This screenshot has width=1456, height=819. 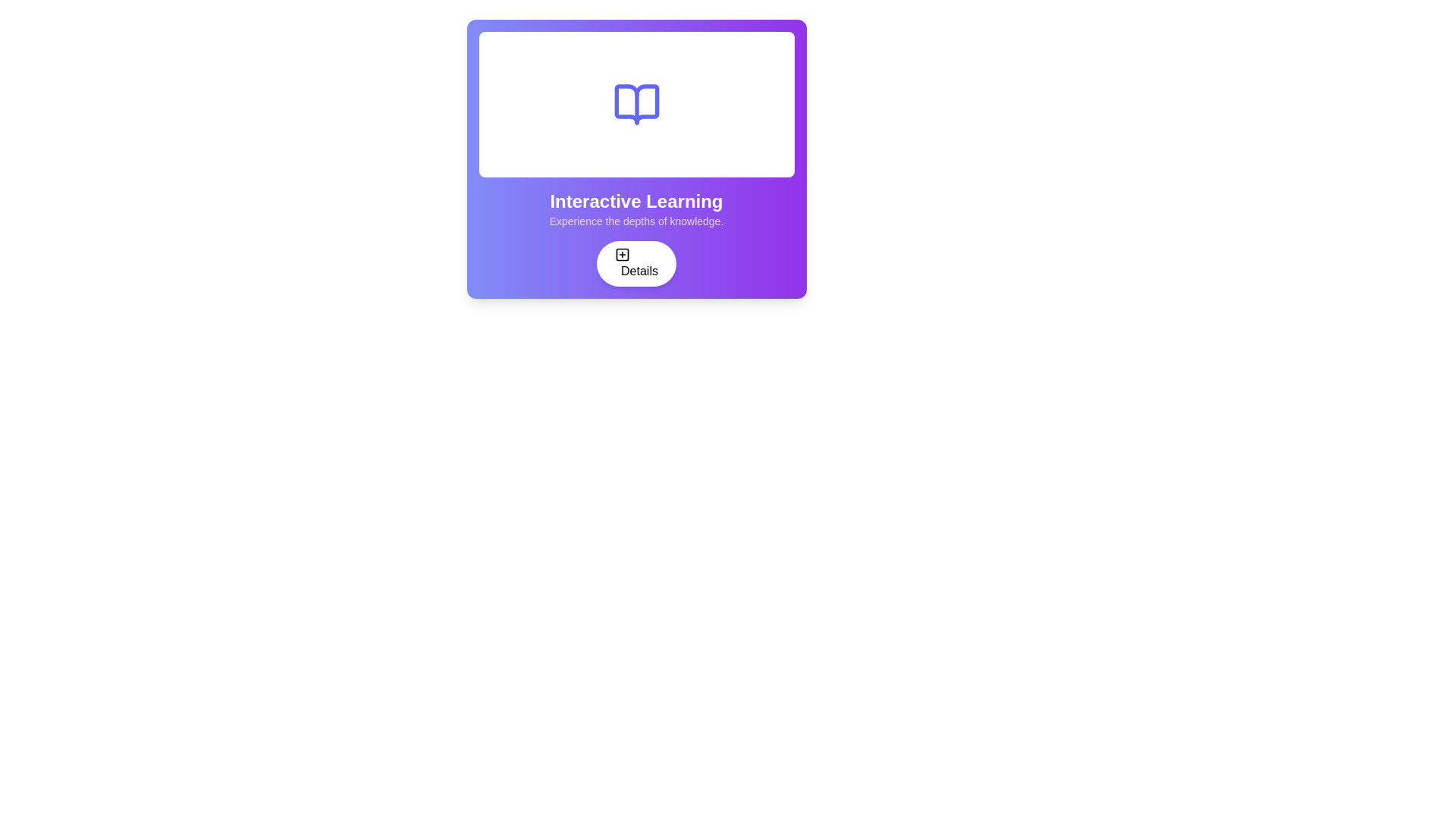 I want to click on the Text label located on the rightmost side of a rounded button with a shadow, which provides access to additional details or information, so click(x=639, y=270).